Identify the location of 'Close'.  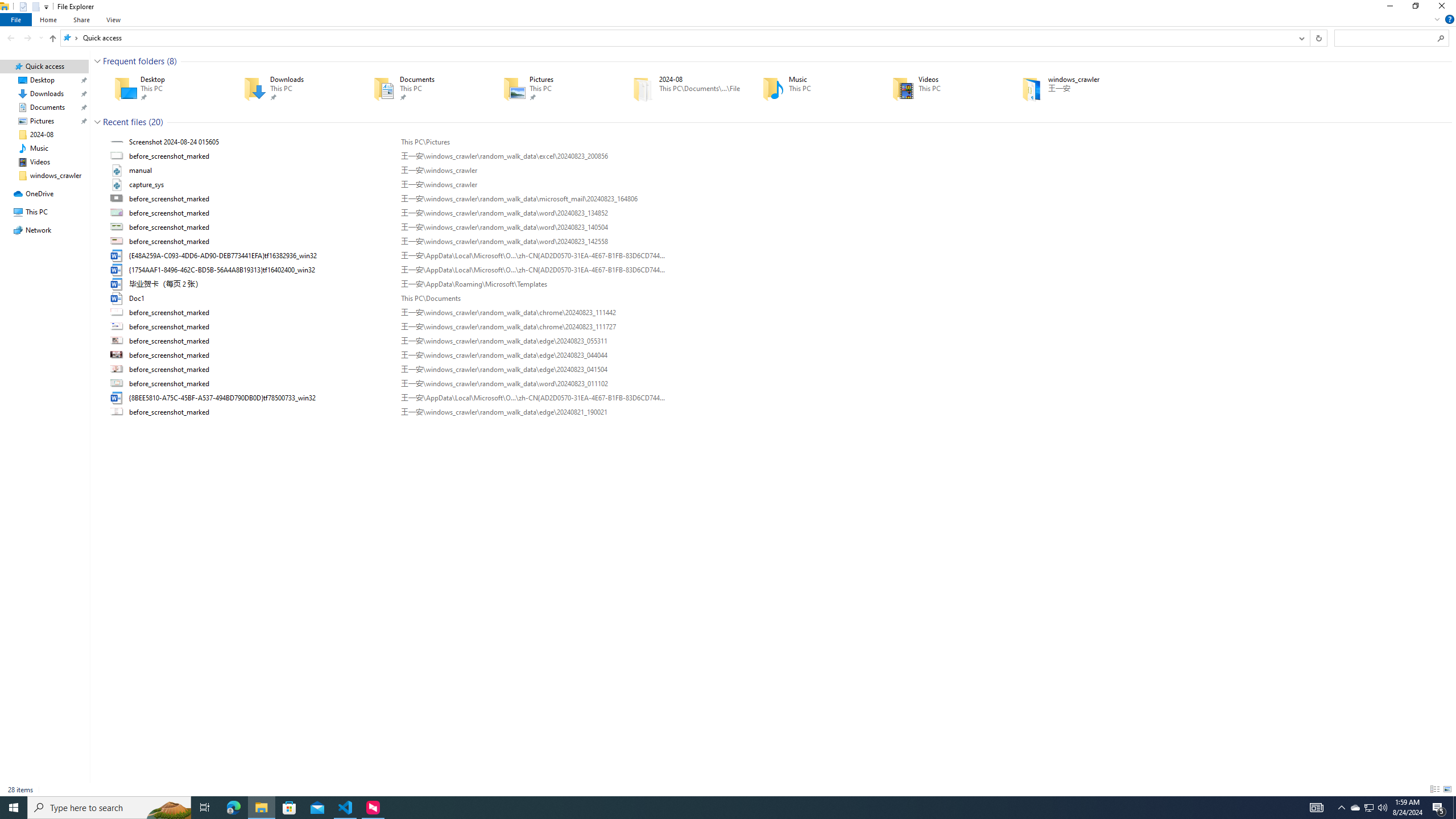
(1444, 9).